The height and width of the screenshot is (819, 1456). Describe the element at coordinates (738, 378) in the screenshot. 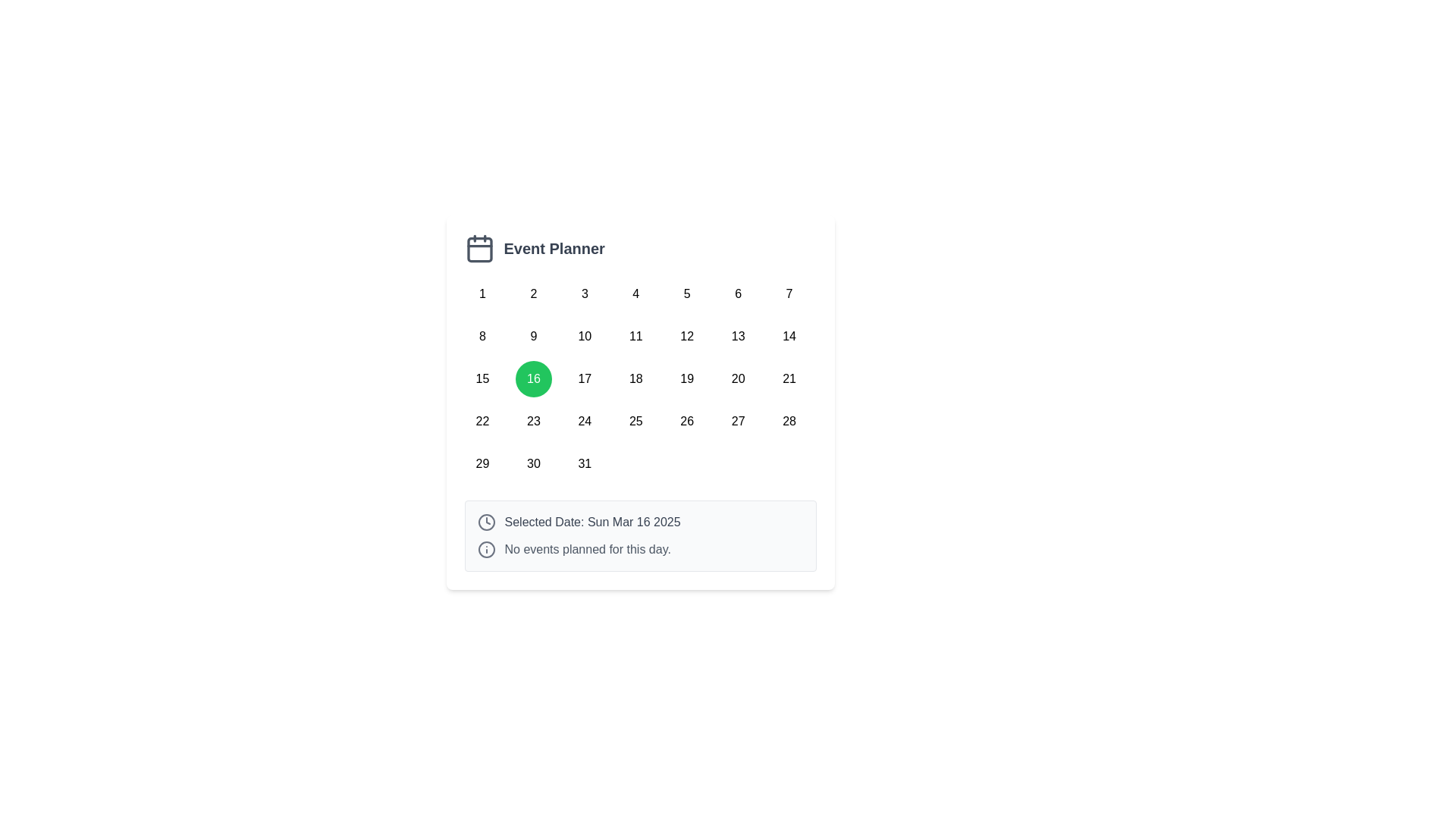

I see `the circular button displaying the number '20' located` at that location.